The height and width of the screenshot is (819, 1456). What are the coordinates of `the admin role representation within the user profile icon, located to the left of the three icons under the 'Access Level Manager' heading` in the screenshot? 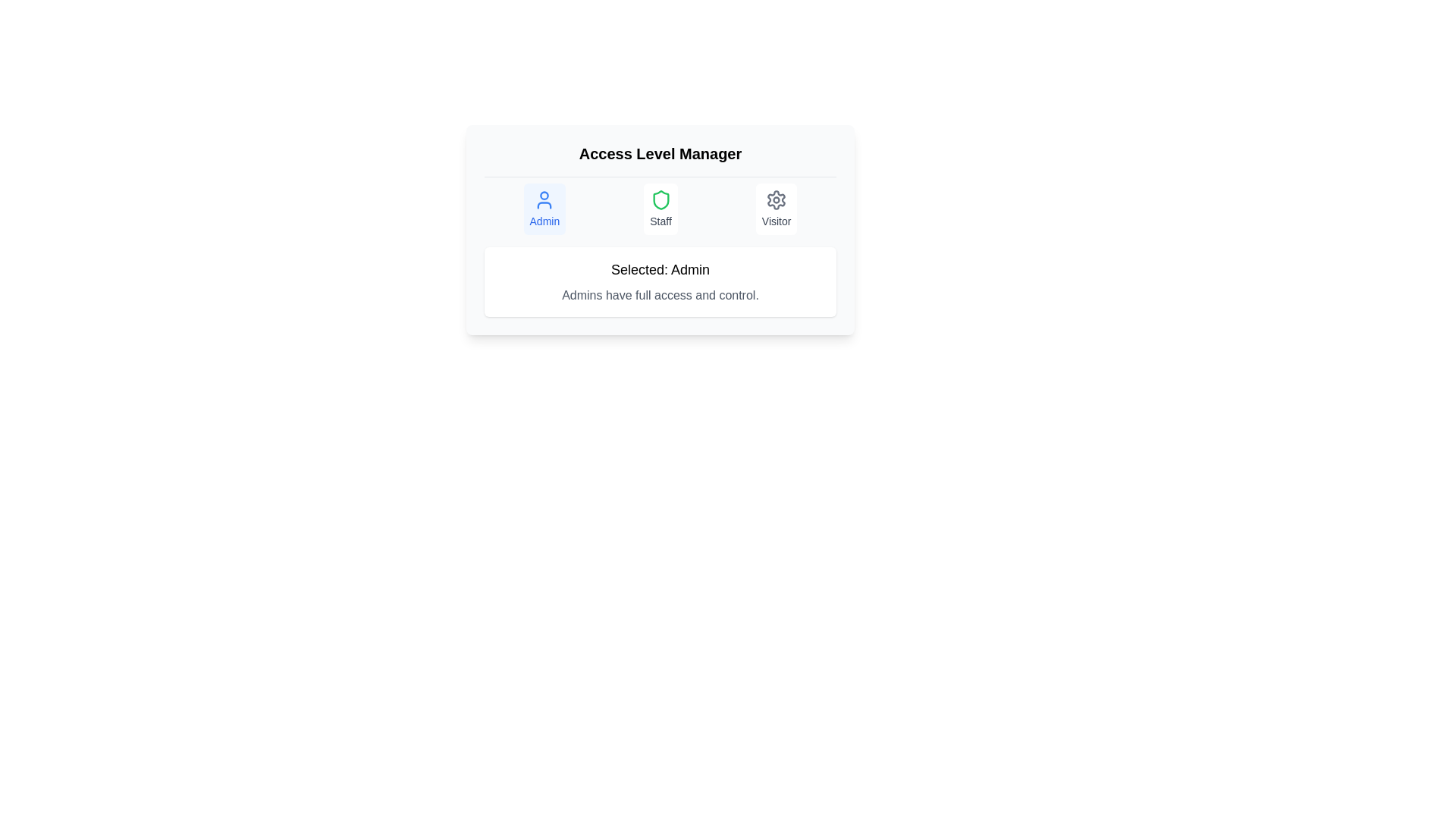 It's located at (544, 195).